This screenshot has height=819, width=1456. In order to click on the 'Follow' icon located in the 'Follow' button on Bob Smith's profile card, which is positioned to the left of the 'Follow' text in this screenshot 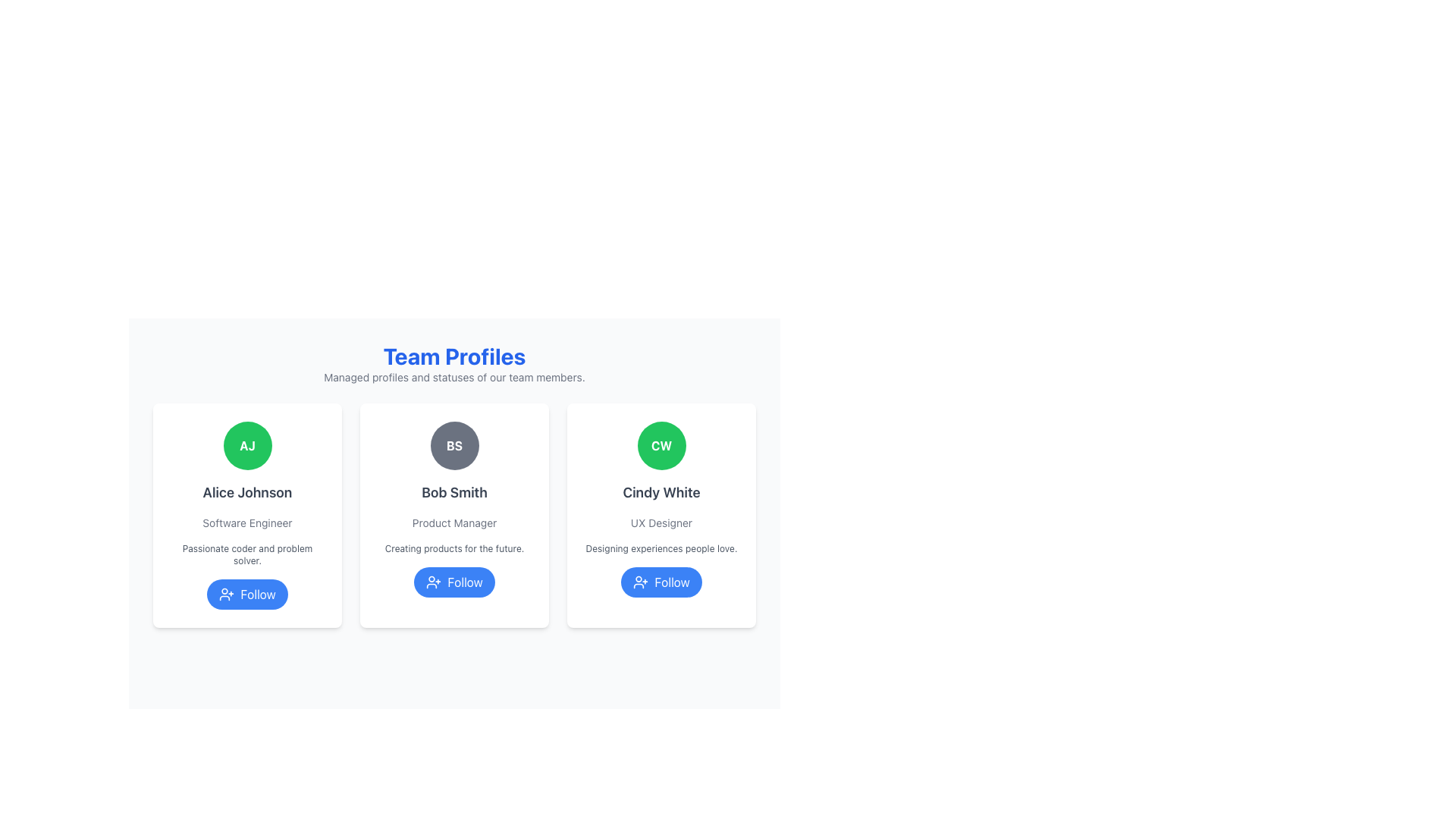, I will do `click(433, 581)`.